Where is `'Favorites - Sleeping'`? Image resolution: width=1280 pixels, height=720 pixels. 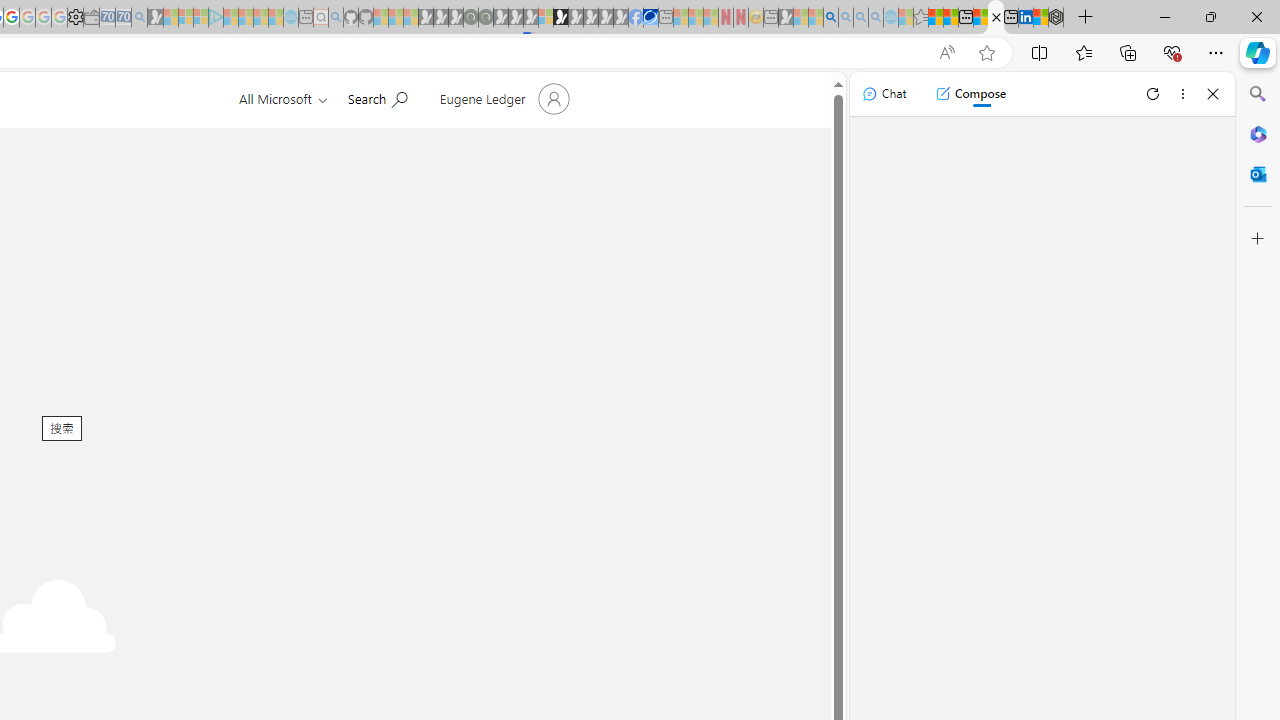
'Favorites - Sleeping' is located at coordinates (919, 17).